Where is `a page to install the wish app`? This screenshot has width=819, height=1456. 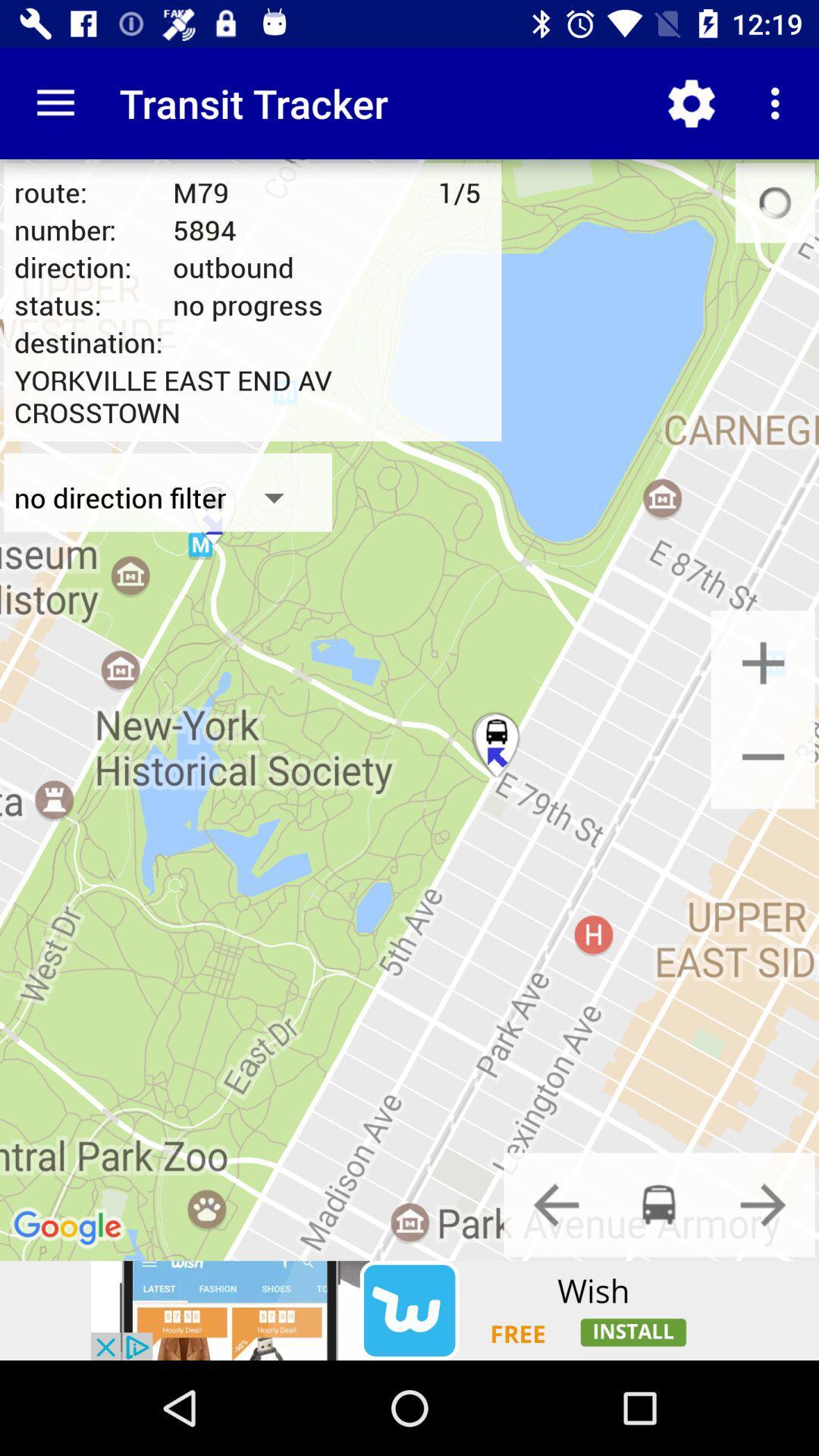
a page to install the wish app is located at coordinates (409, 1310).